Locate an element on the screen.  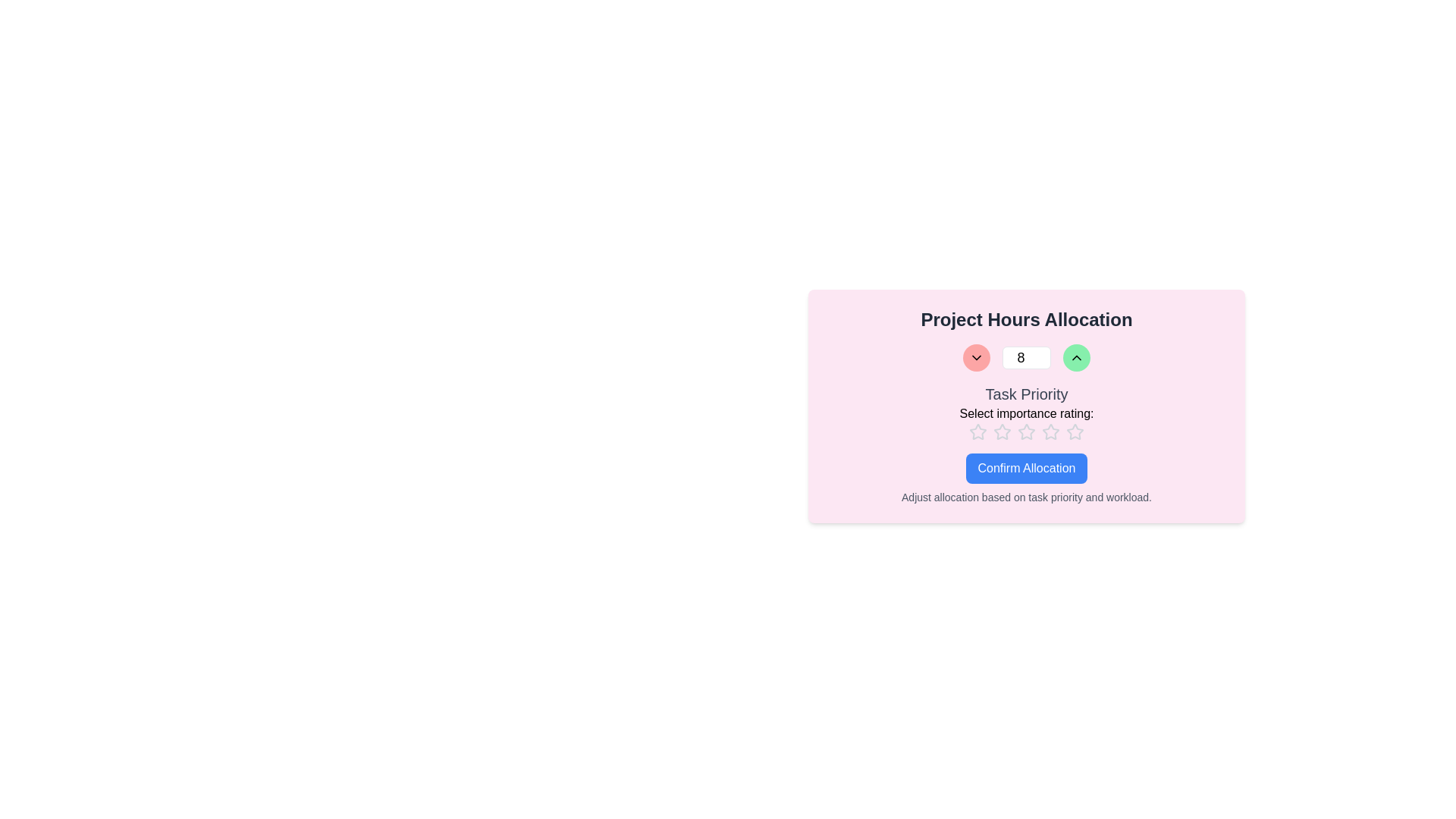
the Text label that serves as a header for the section, positioned centrally above the rating visuals and below the numeric selection interface is located at coordinates (1026, 394).